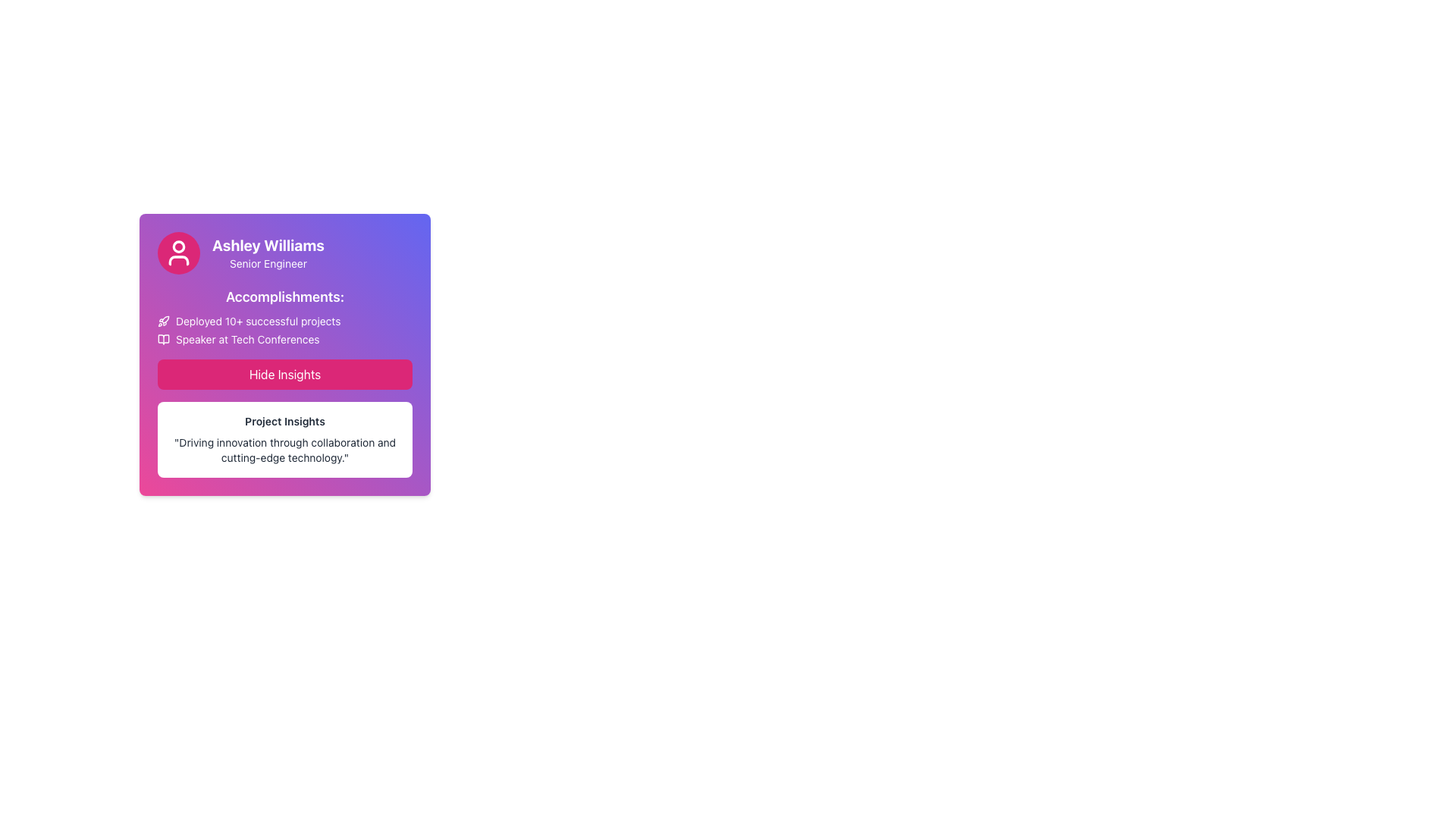 The width and height of the screenshot is (1456, 819). Describe the element at coordinates (284, 297) in the screenshot. I see `the text label displaying 'Accomplishments:' in bold white text, located at the center of the content card` at that location.